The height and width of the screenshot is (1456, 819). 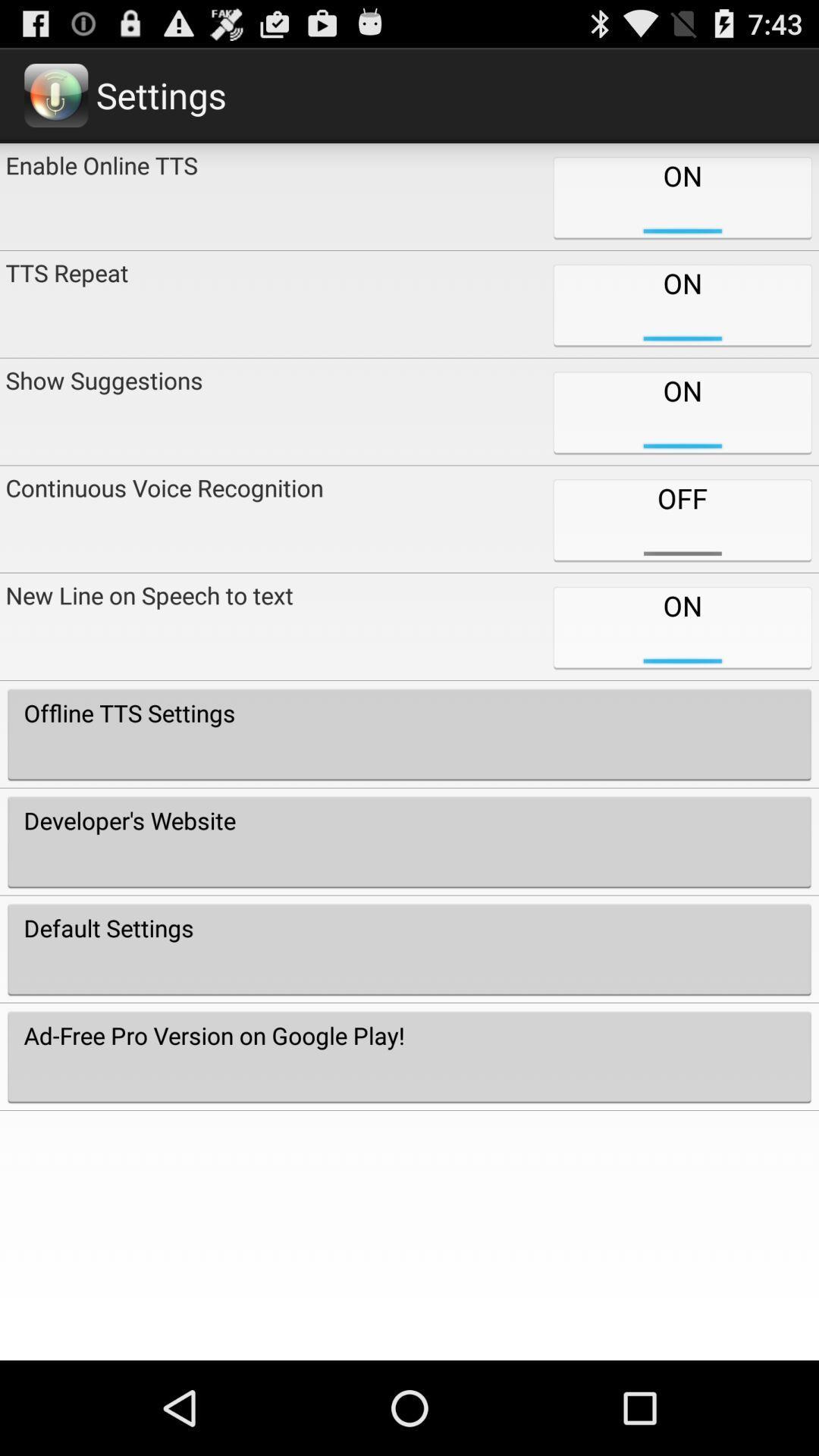 What do you see at coordinates (409, 949) in the screenshot?
I see `the default settings item` at bounding box center [409, 949].